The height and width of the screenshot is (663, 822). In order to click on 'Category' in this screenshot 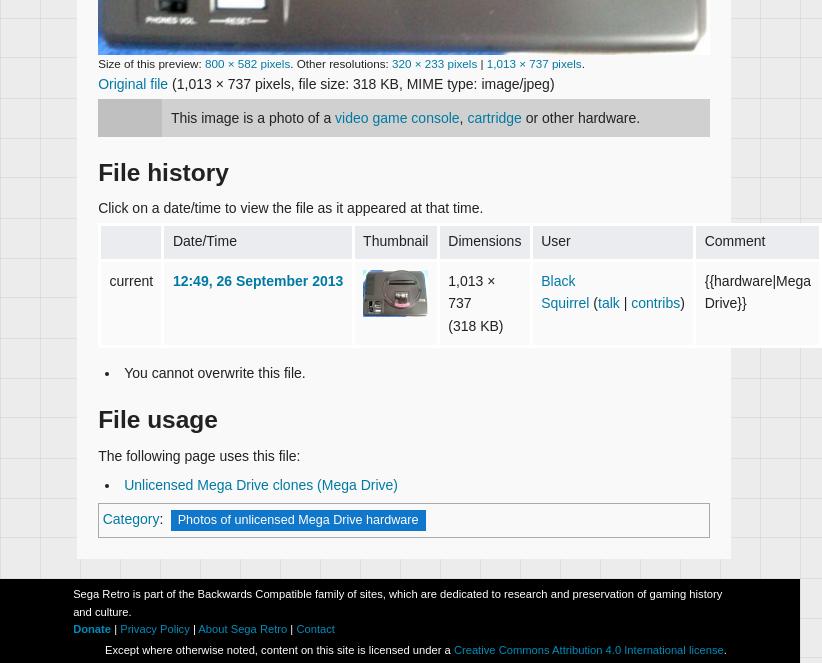, I will do `click(130, 518)`.